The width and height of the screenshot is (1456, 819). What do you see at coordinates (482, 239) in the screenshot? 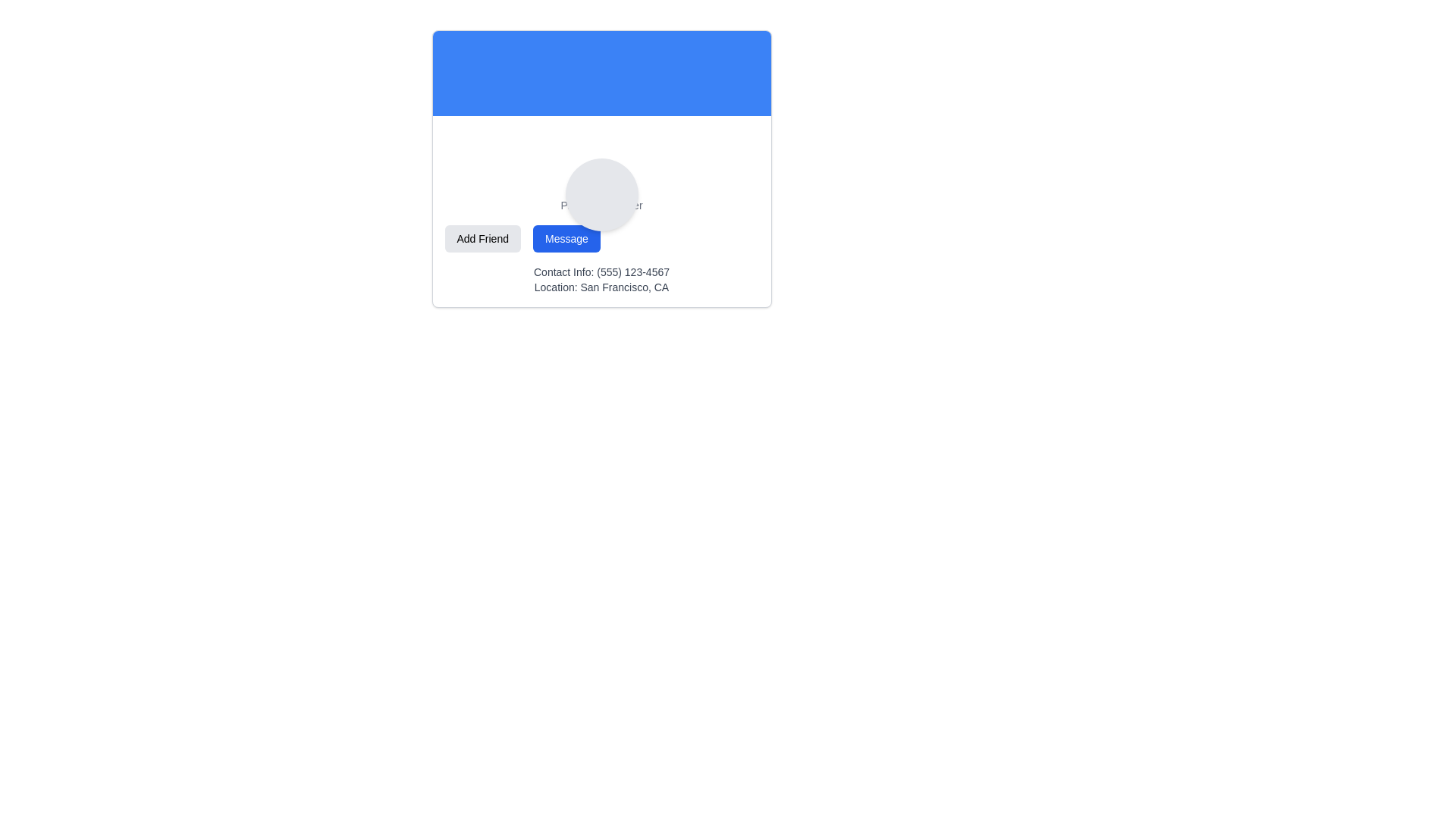
I see `the friend request button located as the leftmost button` at bounding box center [482, 239].